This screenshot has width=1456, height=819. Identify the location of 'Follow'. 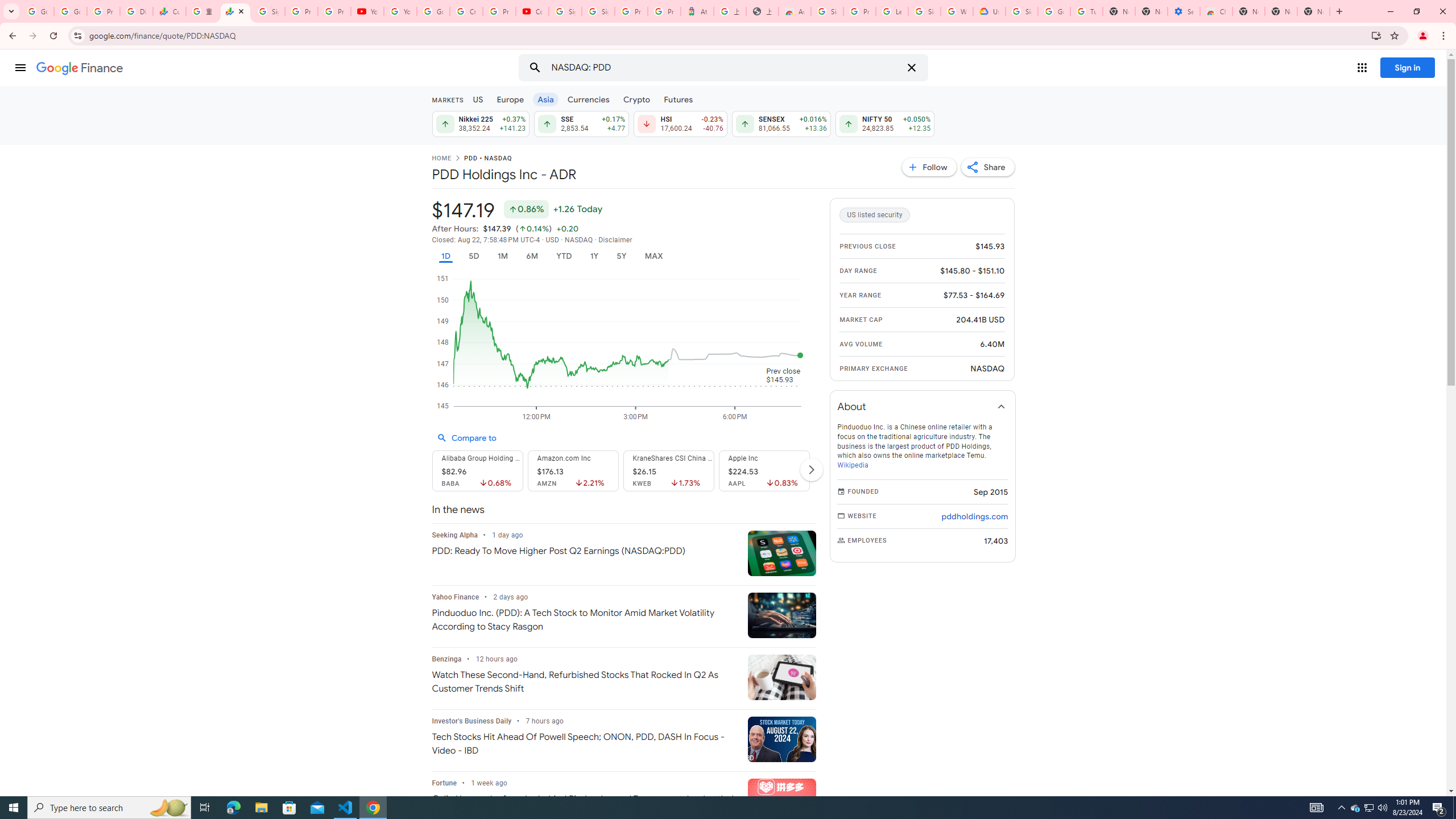
(929, 166).